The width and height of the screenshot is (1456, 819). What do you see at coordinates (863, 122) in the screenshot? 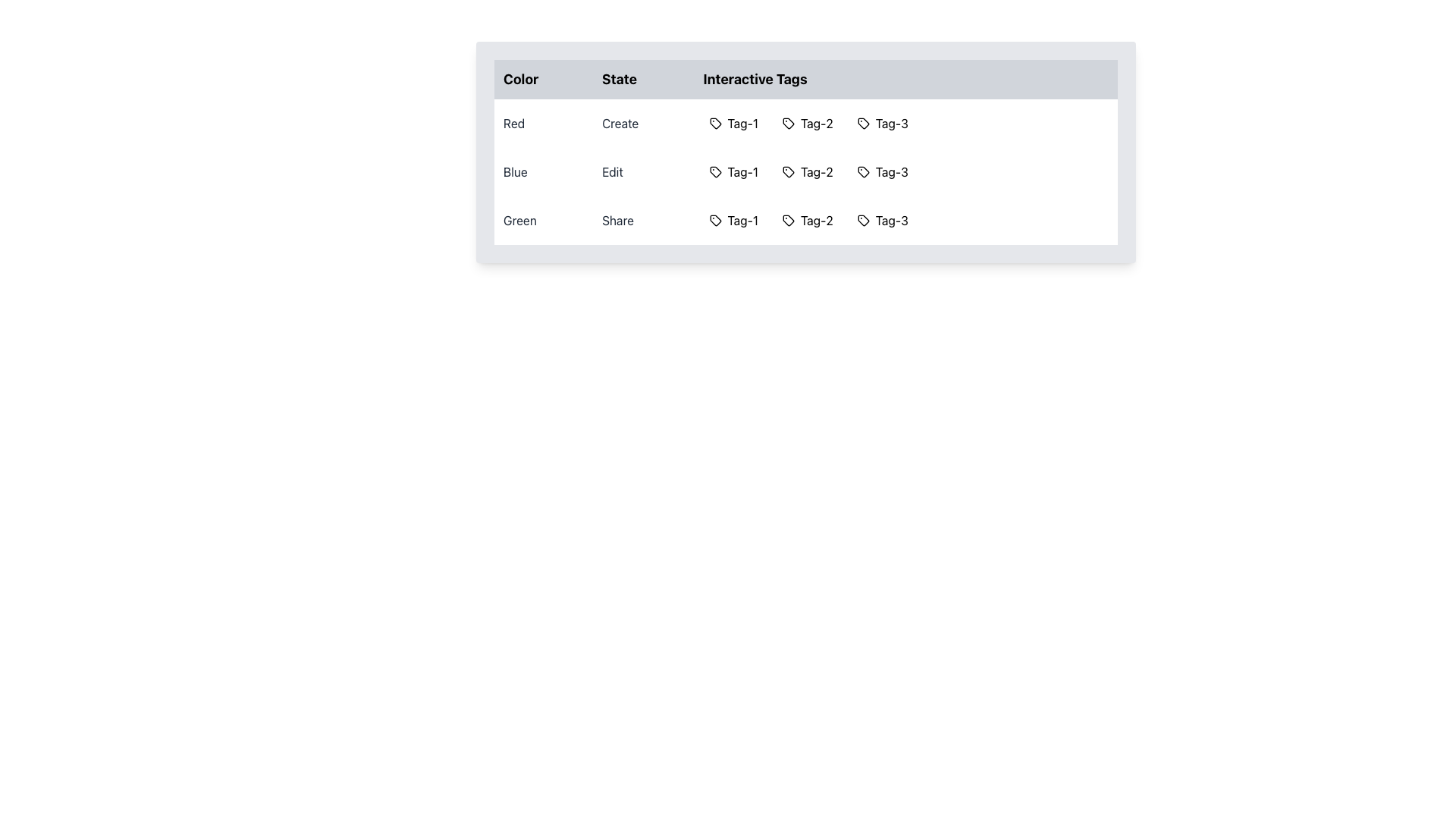
I see `the third tag icon in the 'Interactive Tags' column of the first row, which is associated with the 'Red' color and 'Create' state` at bounding box center [863, 122].